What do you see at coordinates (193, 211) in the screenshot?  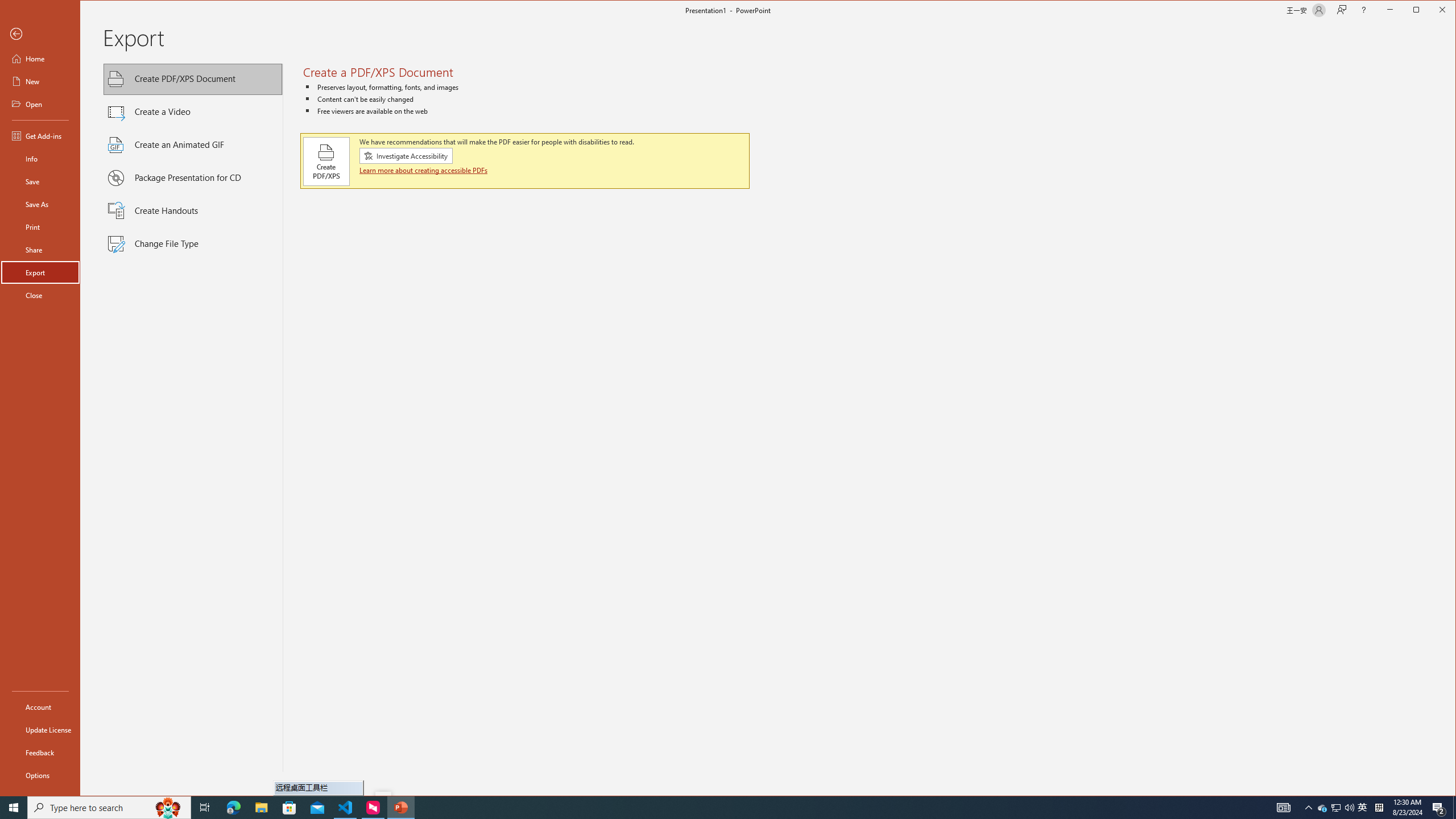 I see `'Create Handouts'` at bounding box center [193, 211].